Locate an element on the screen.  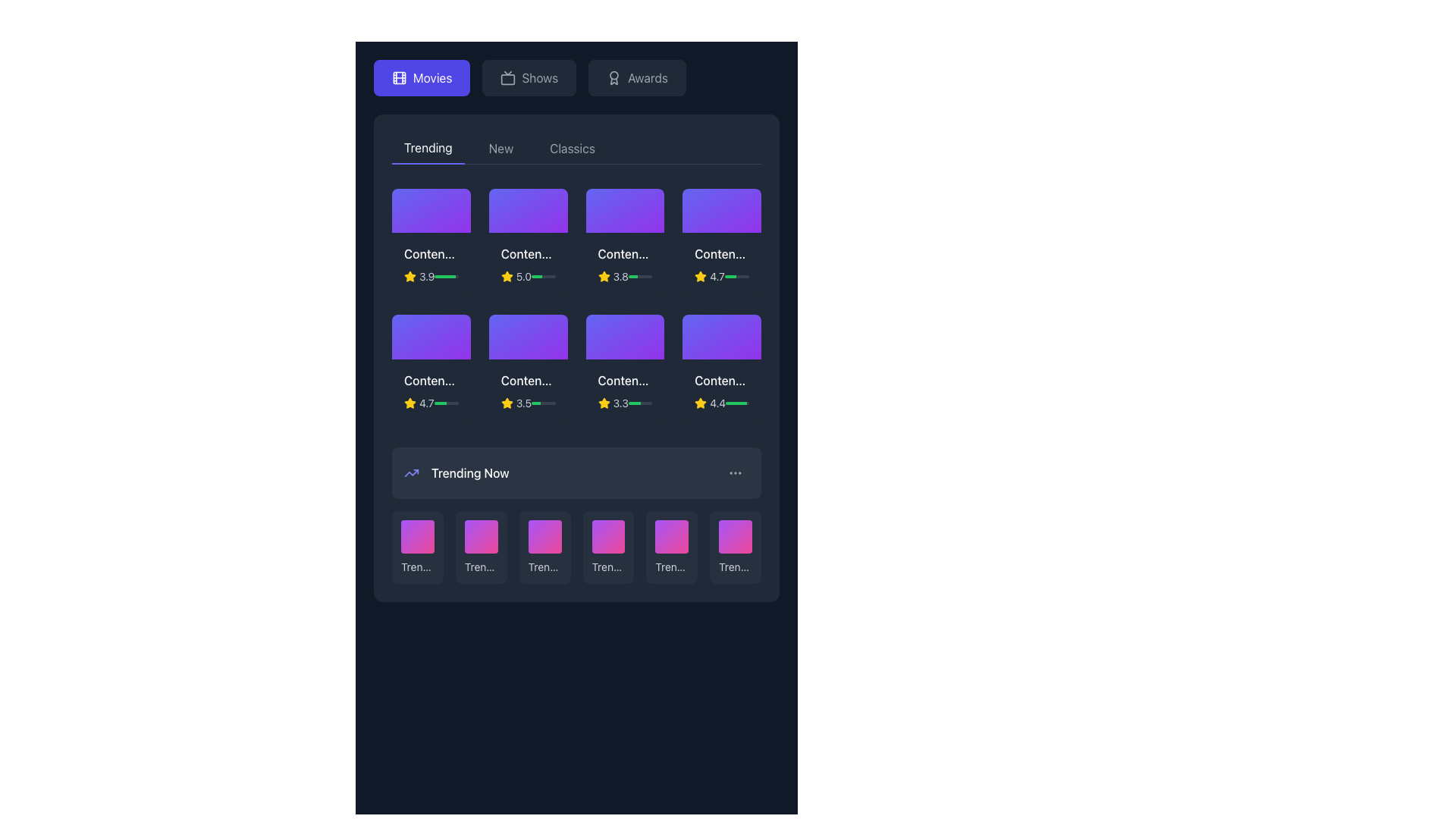
displayed text of the Text label indicating the rank in the trending list, located under the sixth card in the 'Trending Now' section is located at coordinates (735, 566).